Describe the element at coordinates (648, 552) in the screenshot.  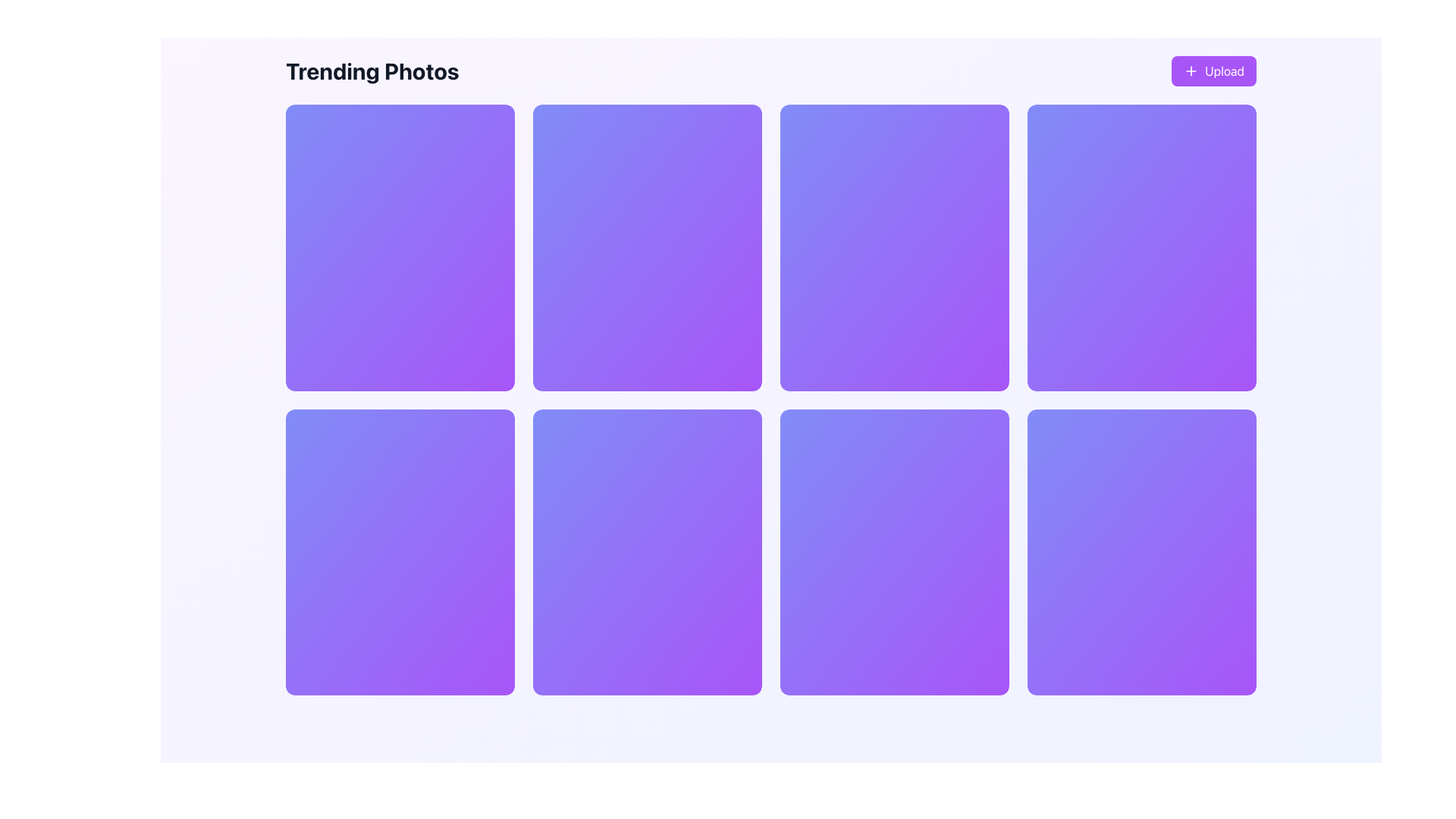
I see `the Clickable Card located in the second row and second column of the 4x4 grid layout` at that location.